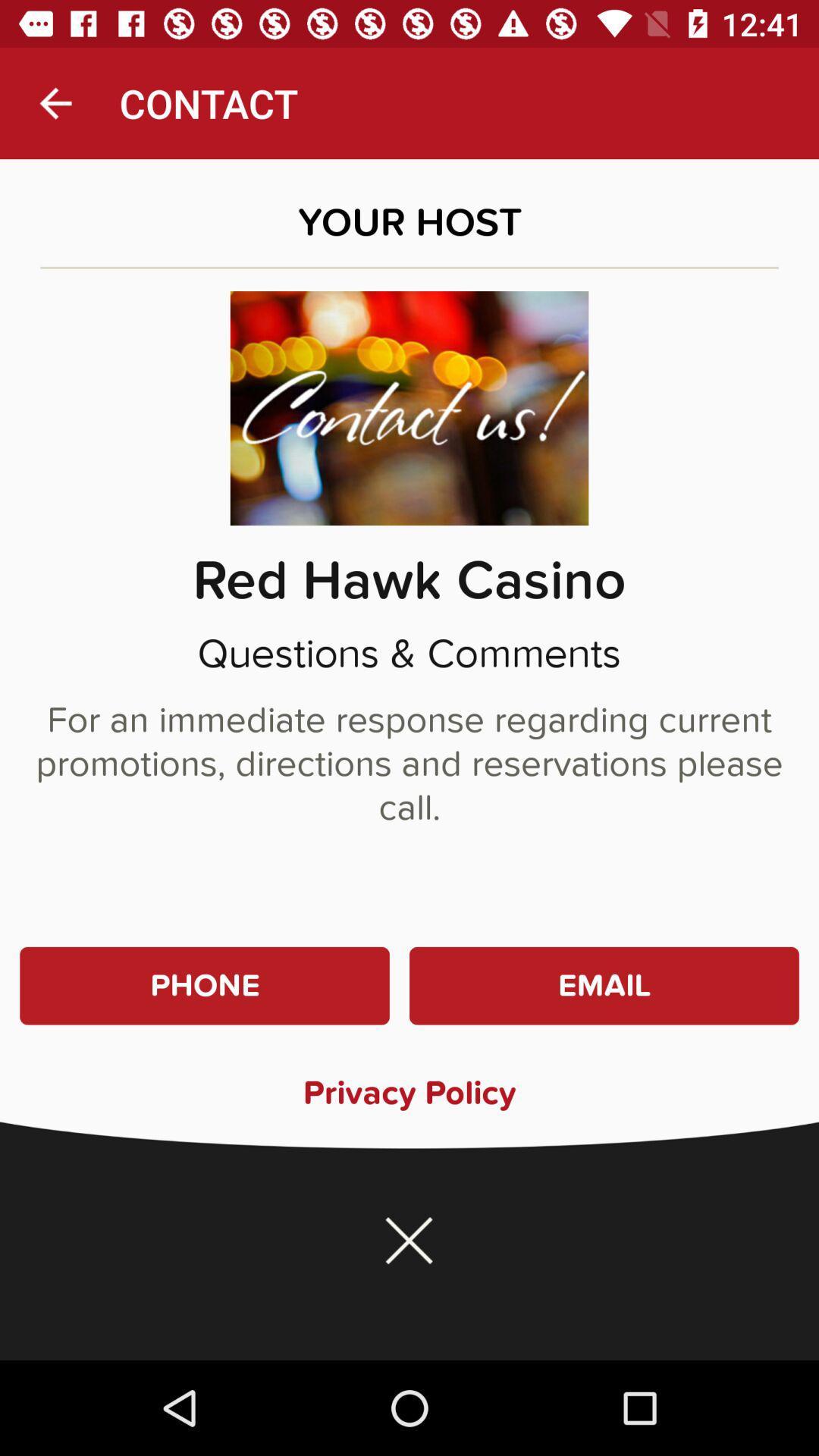 Image resolution: width=819 pixels, height=1456 pixels. I want to click on item at the bottom right corner, so click(603, 986).